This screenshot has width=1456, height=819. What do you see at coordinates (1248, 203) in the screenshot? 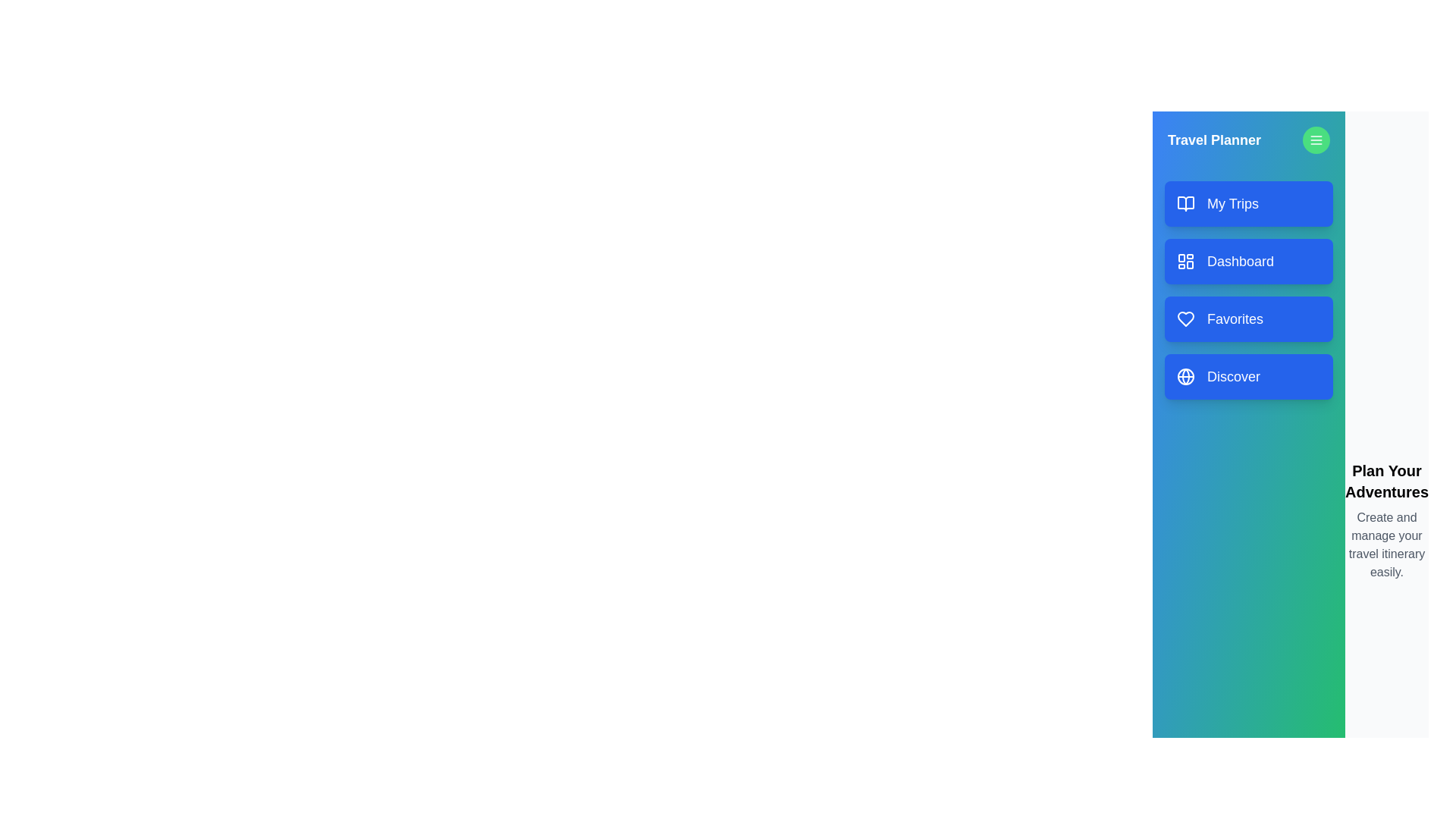
I see `the menu item My Trips to navigate` at bounding box center [1248, 203].